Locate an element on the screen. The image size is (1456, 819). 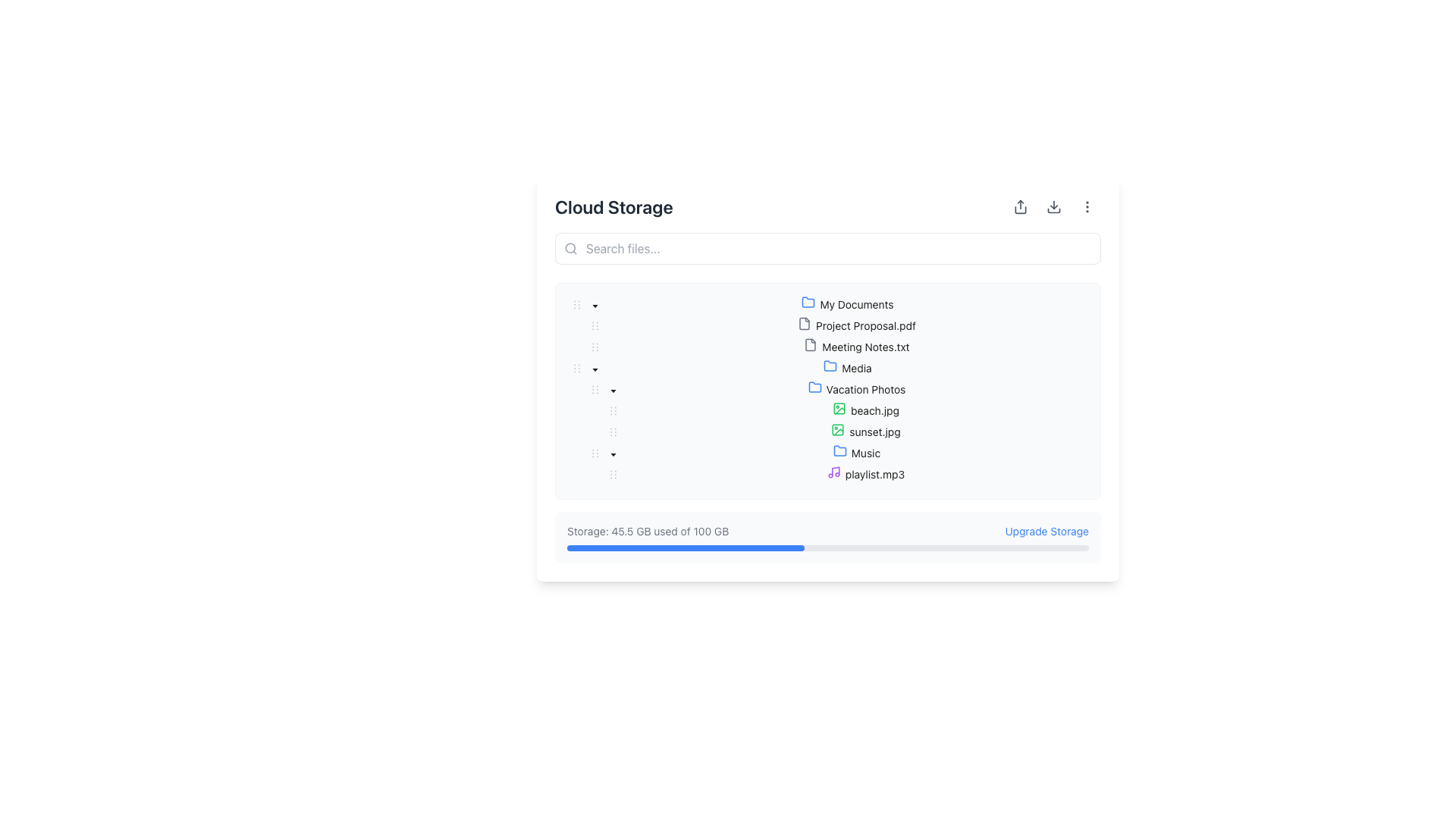
the text label displaying the filename 'sunset.jpg', which is styled in black on a white background is located at coordinates (874, 431).